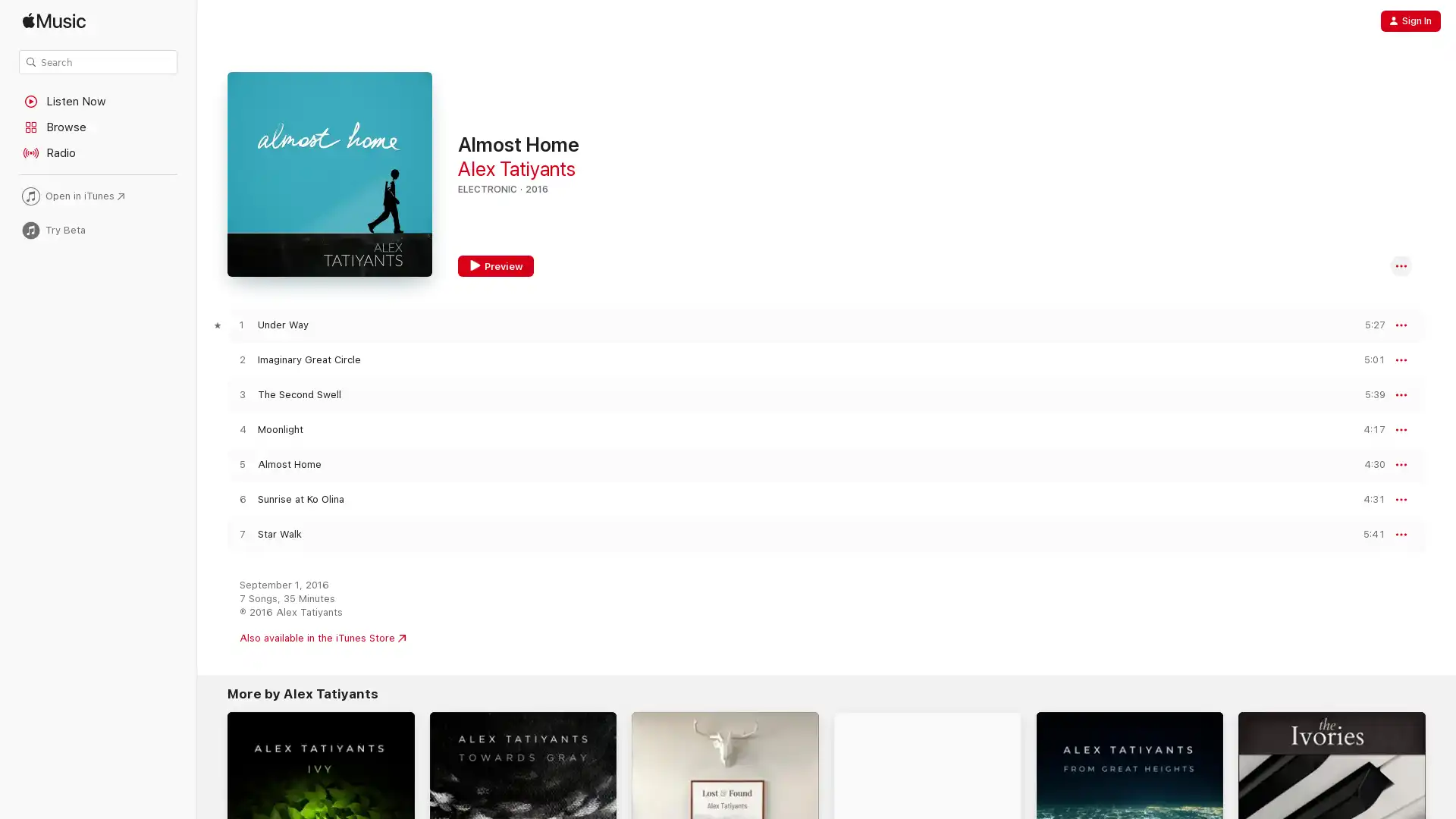 The width and height of the screenshot is (1456, 819). Describe the element at coordinates (1410, 20) in the screenshot. I see `Sign In` at that location.